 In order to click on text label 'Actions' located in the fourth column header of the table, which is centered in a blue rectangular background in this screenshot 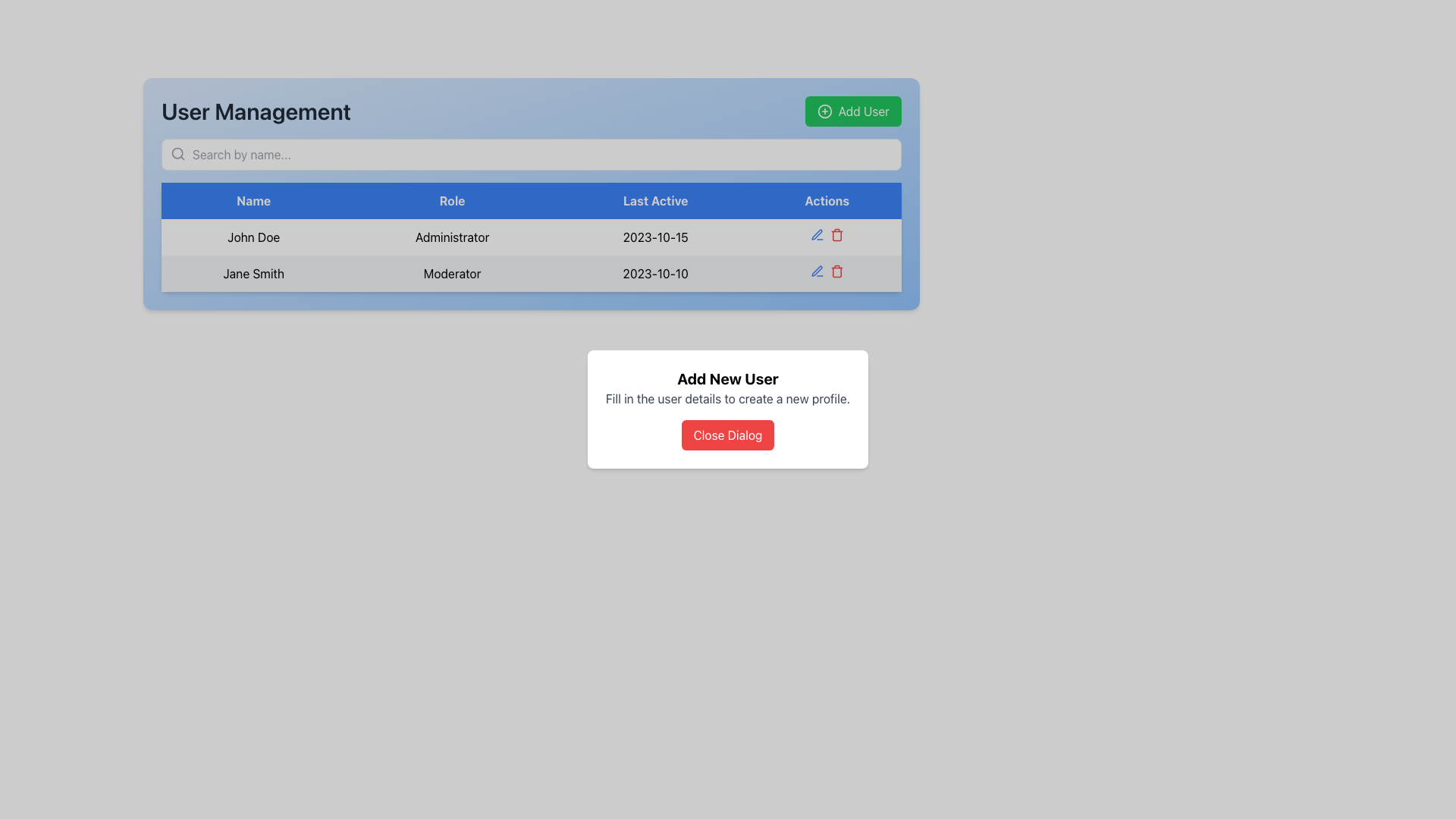, I will do `click(826, 200)`.